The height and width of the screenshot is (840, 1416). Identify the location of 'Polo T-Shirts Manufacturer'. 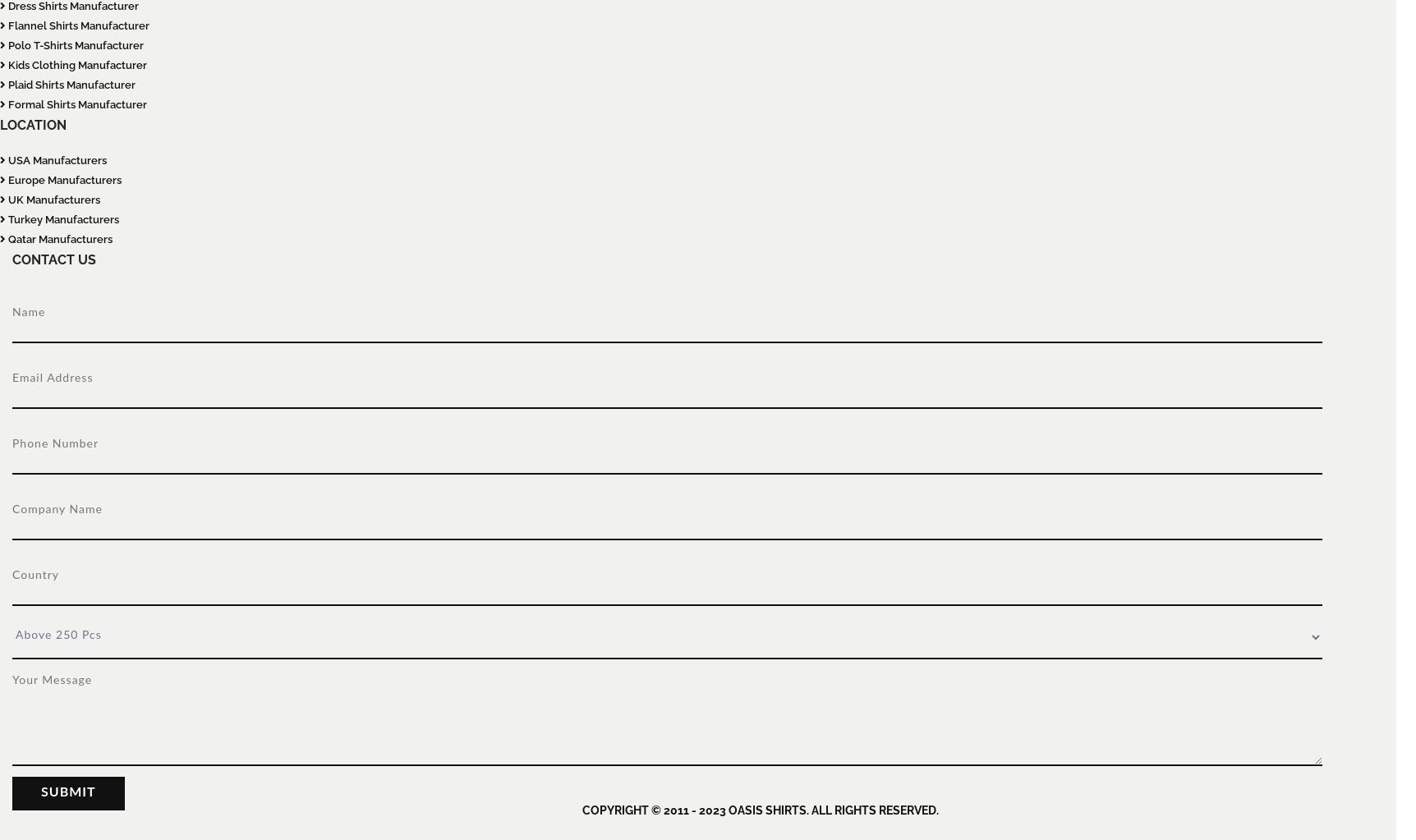
(74, 44).